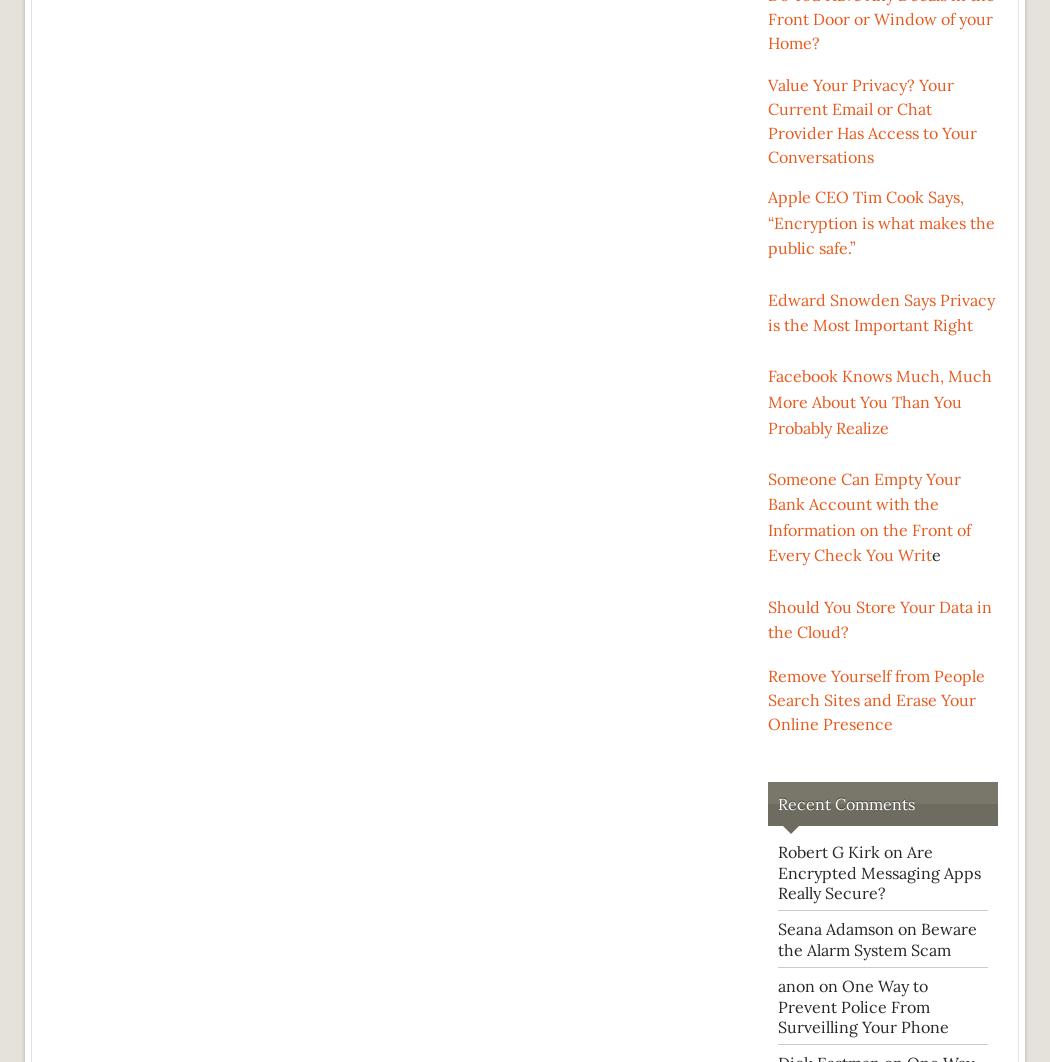  Describe the element at coordinates (878, 871) in the screenshot. I see `'Are Encrypted Messaging Apps Really Secure?'` at that location.